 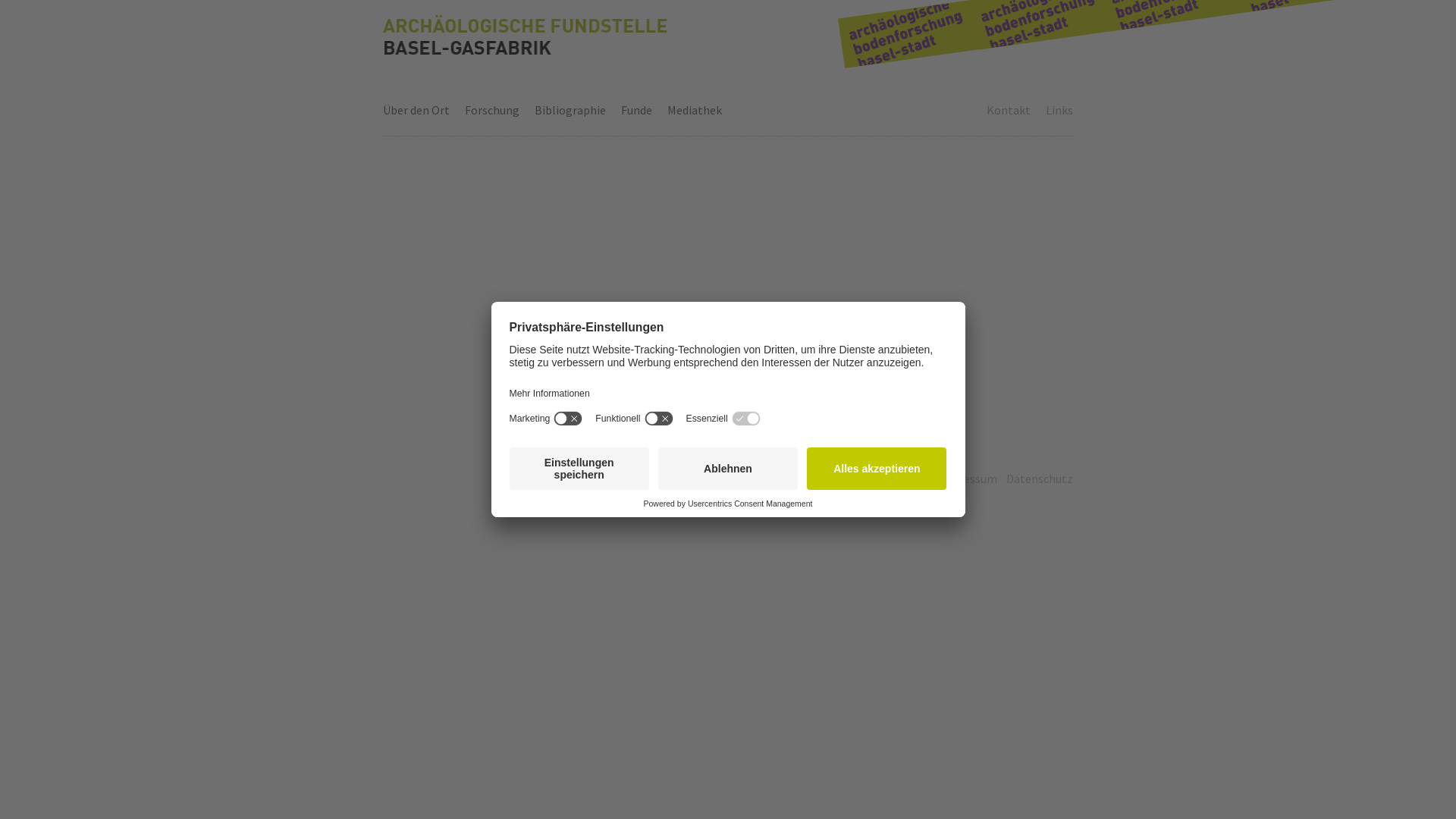 I want to click on 'Funde', so click(x=636, y=109).